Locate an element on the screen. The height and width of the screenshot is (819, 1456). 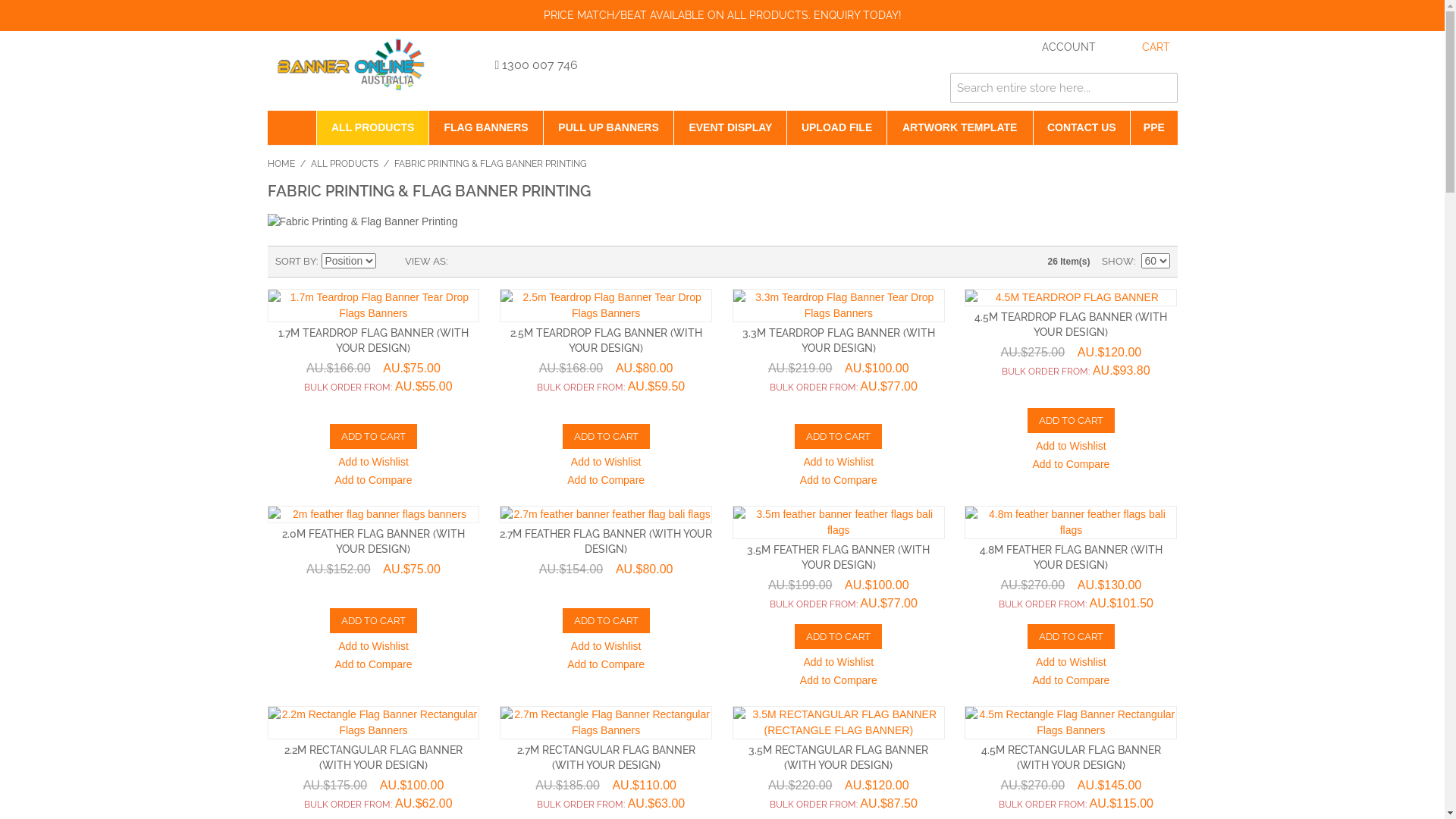
'CART' is located at coordinates (1141, 46).